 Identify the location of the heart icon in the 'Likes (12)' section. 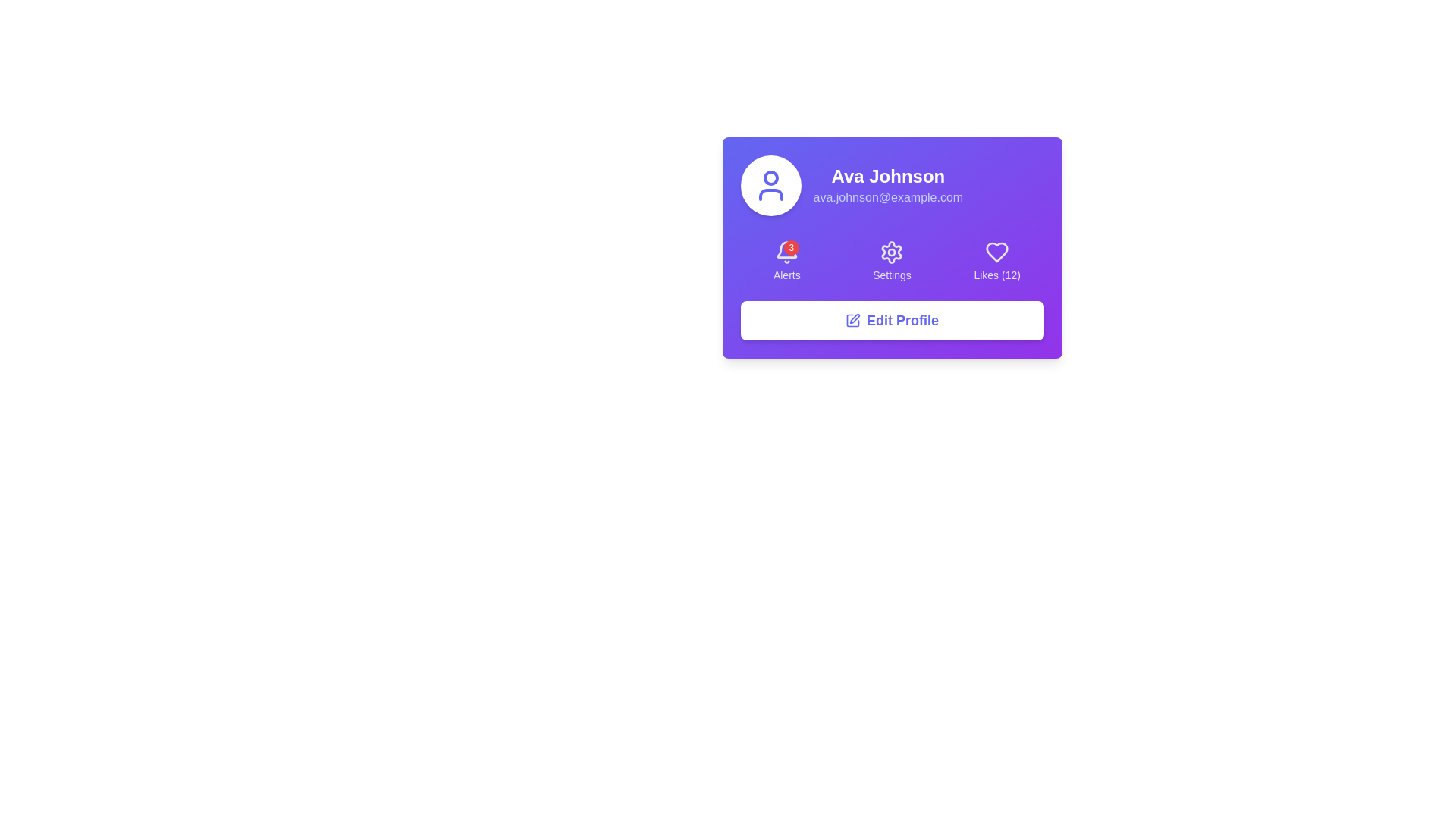
(997, 251).